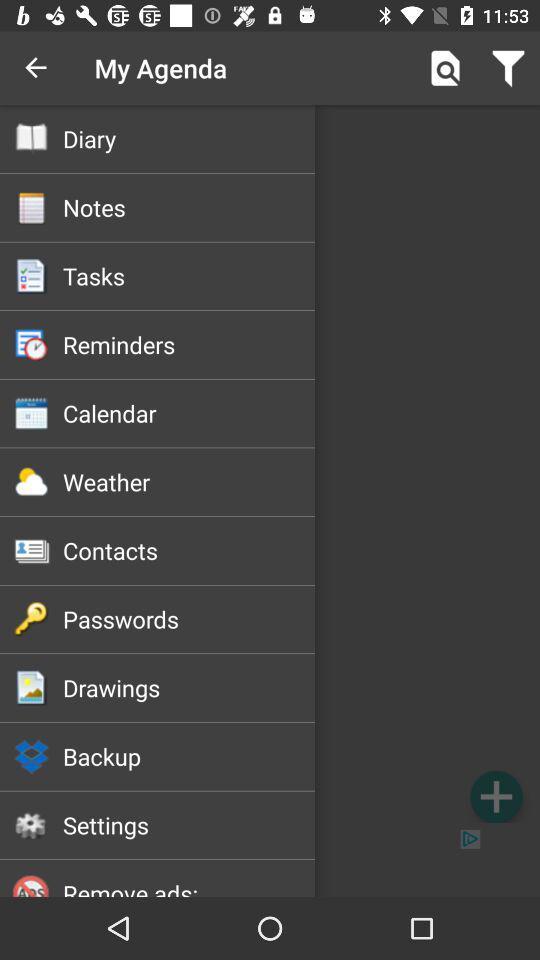  What do you see at coordinates (189, 886) in the screenshot?
I see `the remove ads: icon` at bounding box center [189, 886].